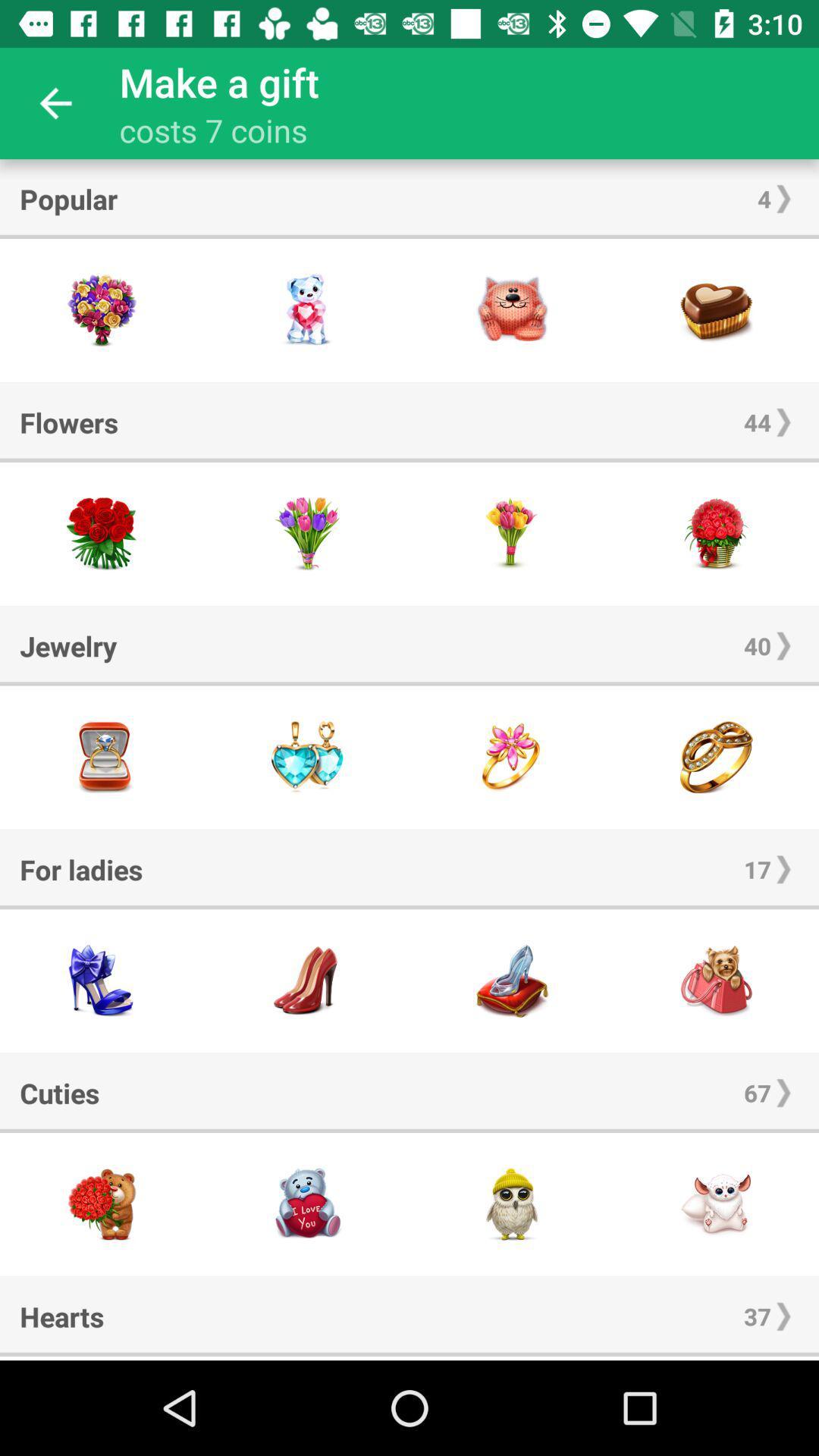 This screenshot has height=1456, width=819. Describe the element at coordinates (783, 422) in the screenshot. I see `item next to flowers icon` at that location.